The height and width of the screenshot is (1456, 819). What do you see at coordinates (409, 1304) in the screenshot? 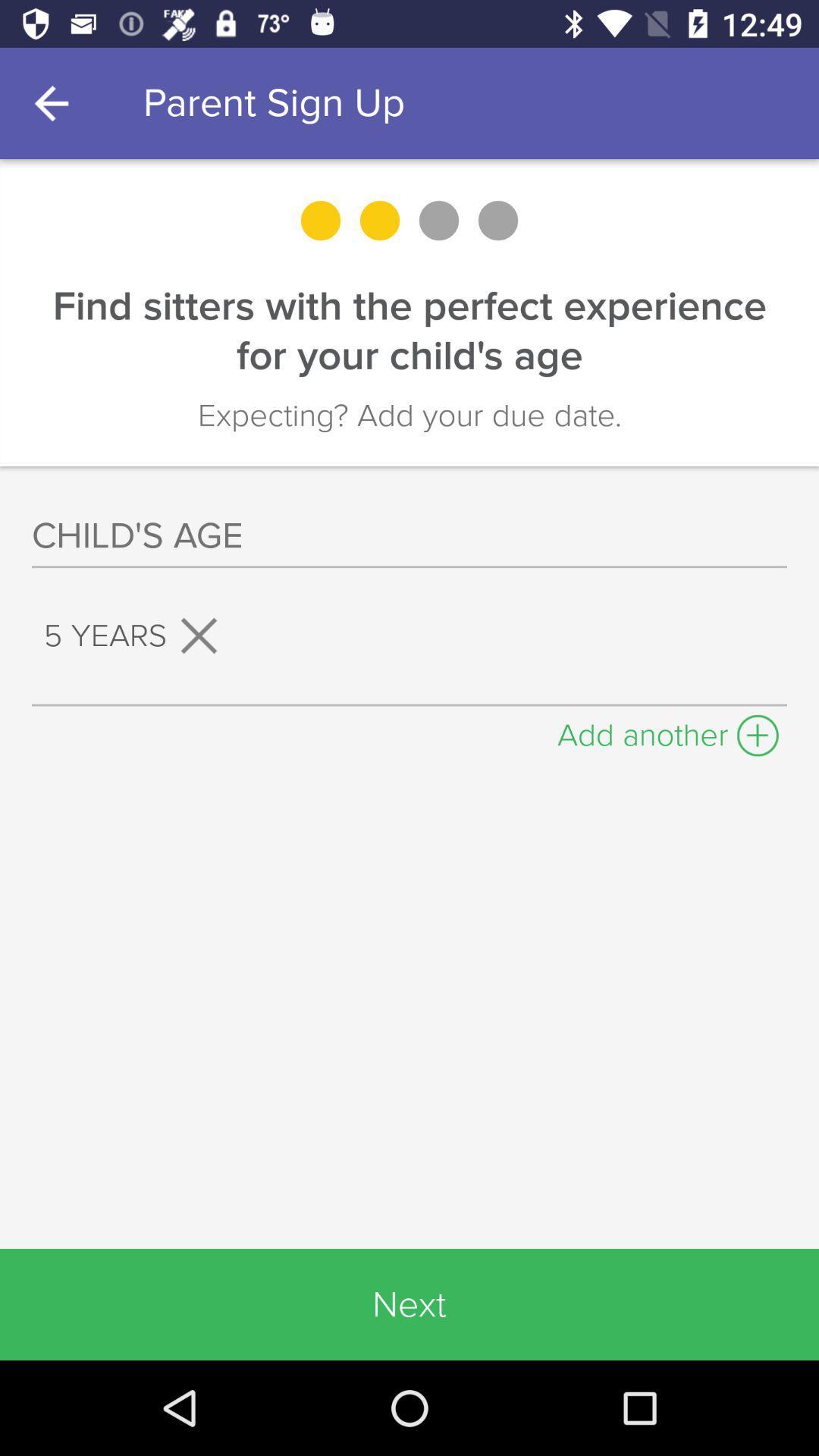
I see `the next` at bounding box center [409, 1304].